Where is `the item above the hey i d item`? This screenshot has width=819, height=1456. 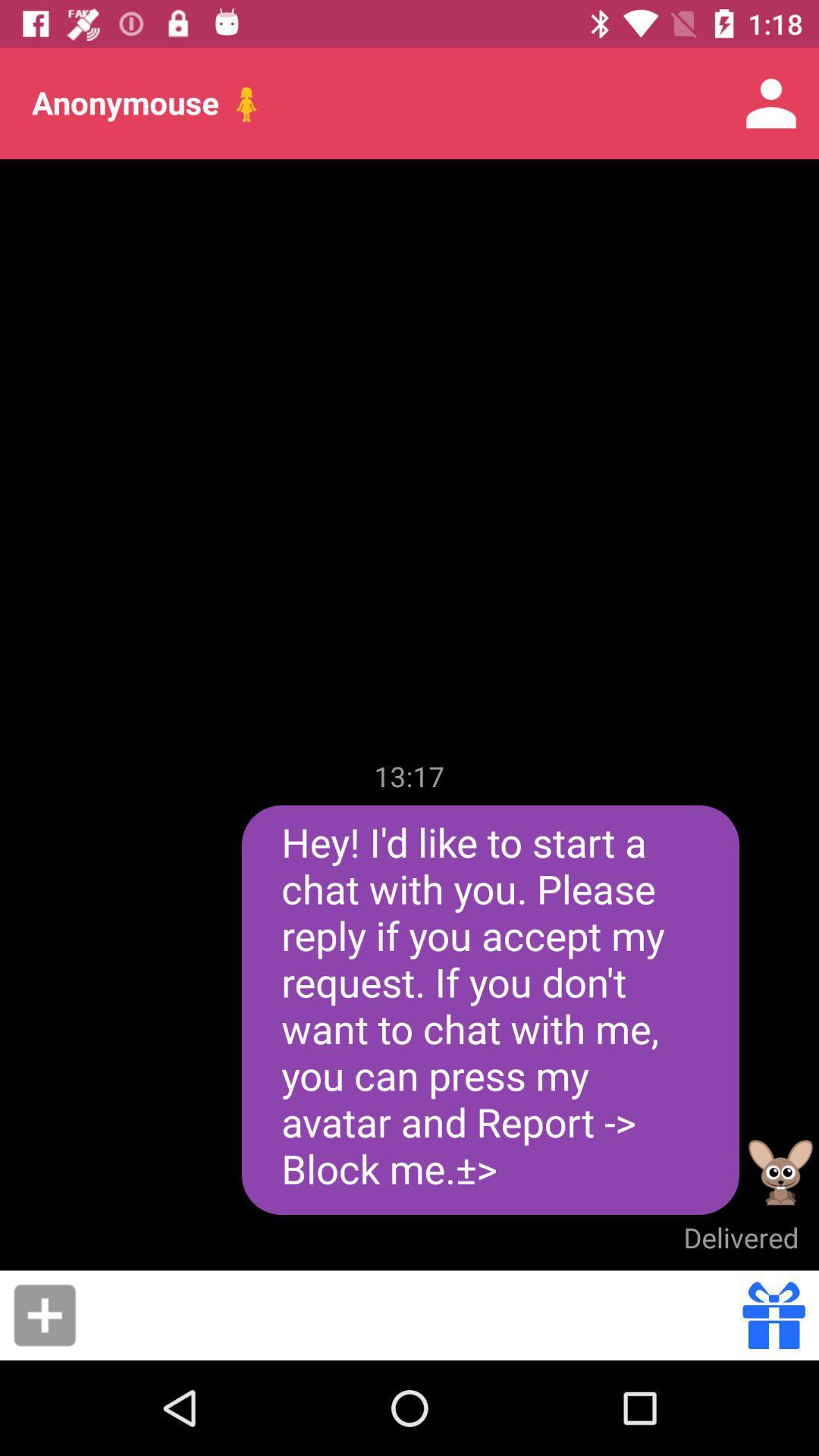 the item above the hey i d item is located at coordinates (409, 776).